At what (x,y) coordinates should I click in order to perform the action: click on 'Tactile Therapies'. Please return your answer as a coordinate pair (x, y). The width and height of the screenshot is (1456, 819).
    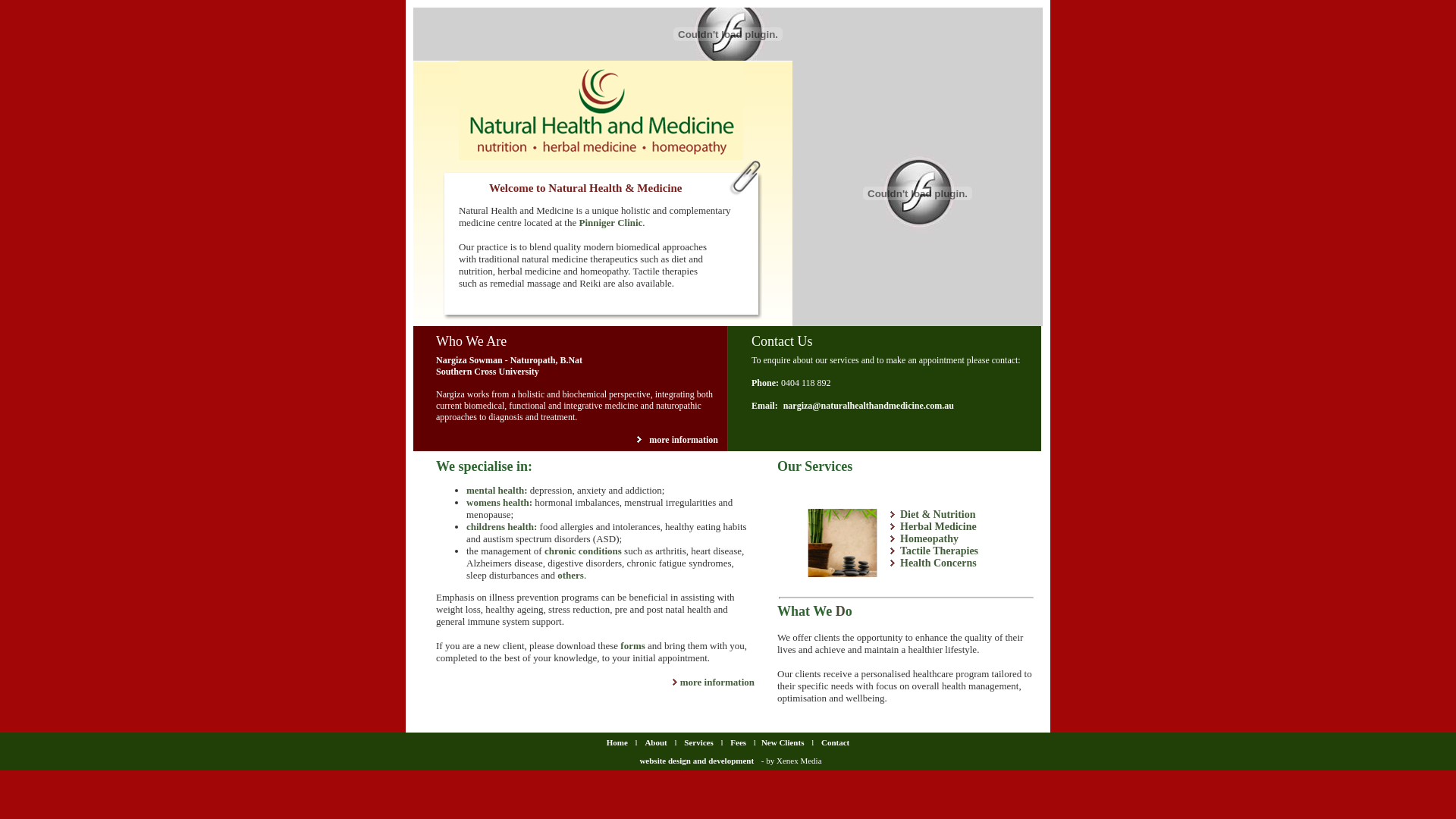
    Looking at the image, I should click on (938, 551).